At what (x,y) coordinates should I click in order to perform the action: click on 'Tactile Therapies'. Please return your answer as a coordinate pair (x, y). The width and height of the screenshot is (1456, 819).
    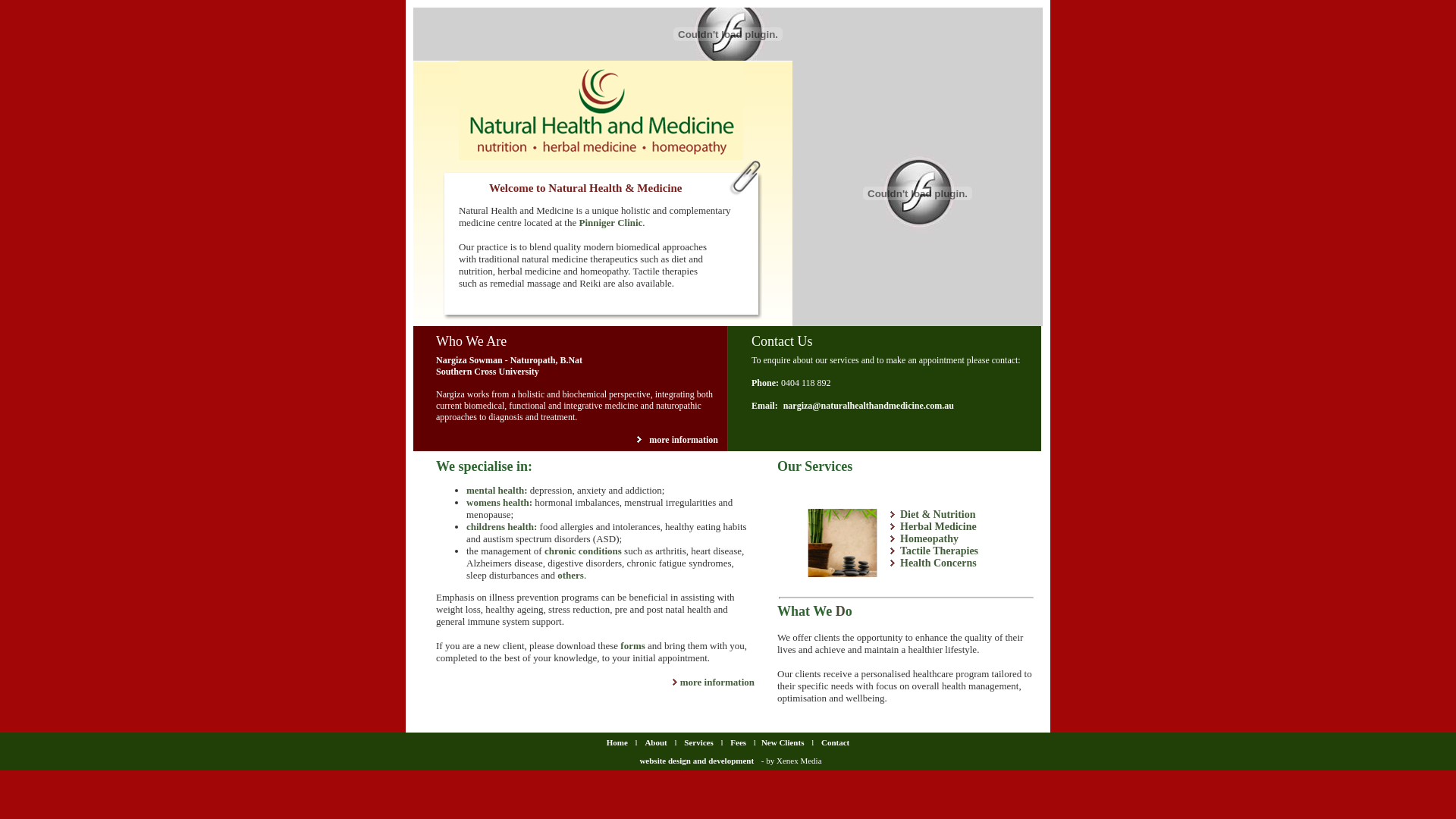
    Looking at the image, I should click on (938, 551).